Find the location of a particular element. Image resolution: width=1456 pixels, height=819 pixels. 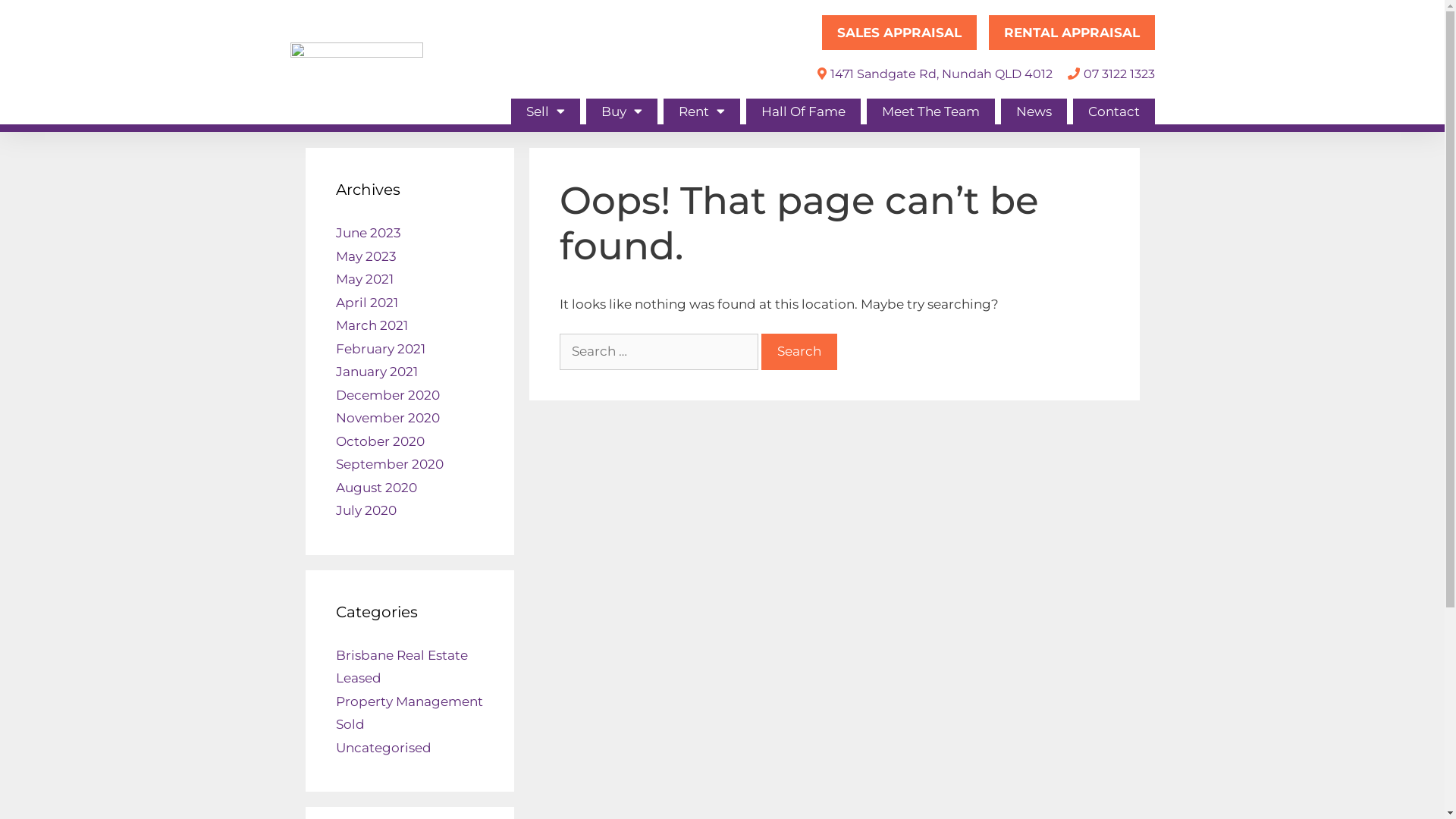

'1471 Sandgate Rd, Nundah QLD 4012' is located at coordinates (930, 74).